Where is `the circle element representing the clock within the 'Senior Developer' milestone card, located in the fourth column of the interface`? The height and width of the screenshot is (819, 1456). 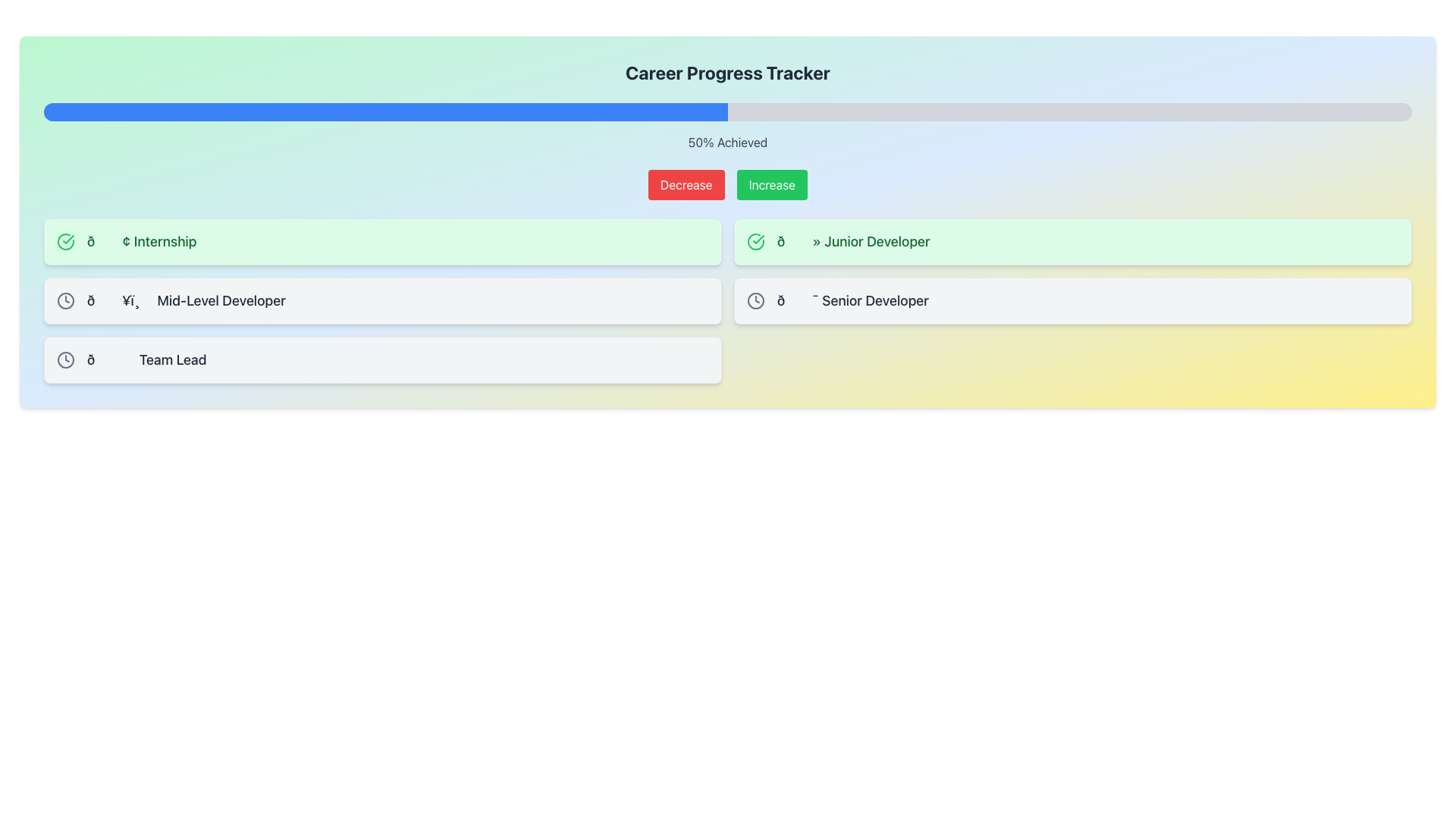 the circle element representing the clock within the 'Senior Developer' milestone card, located in the fourth column of the interface is located at coordinates (756, 301).